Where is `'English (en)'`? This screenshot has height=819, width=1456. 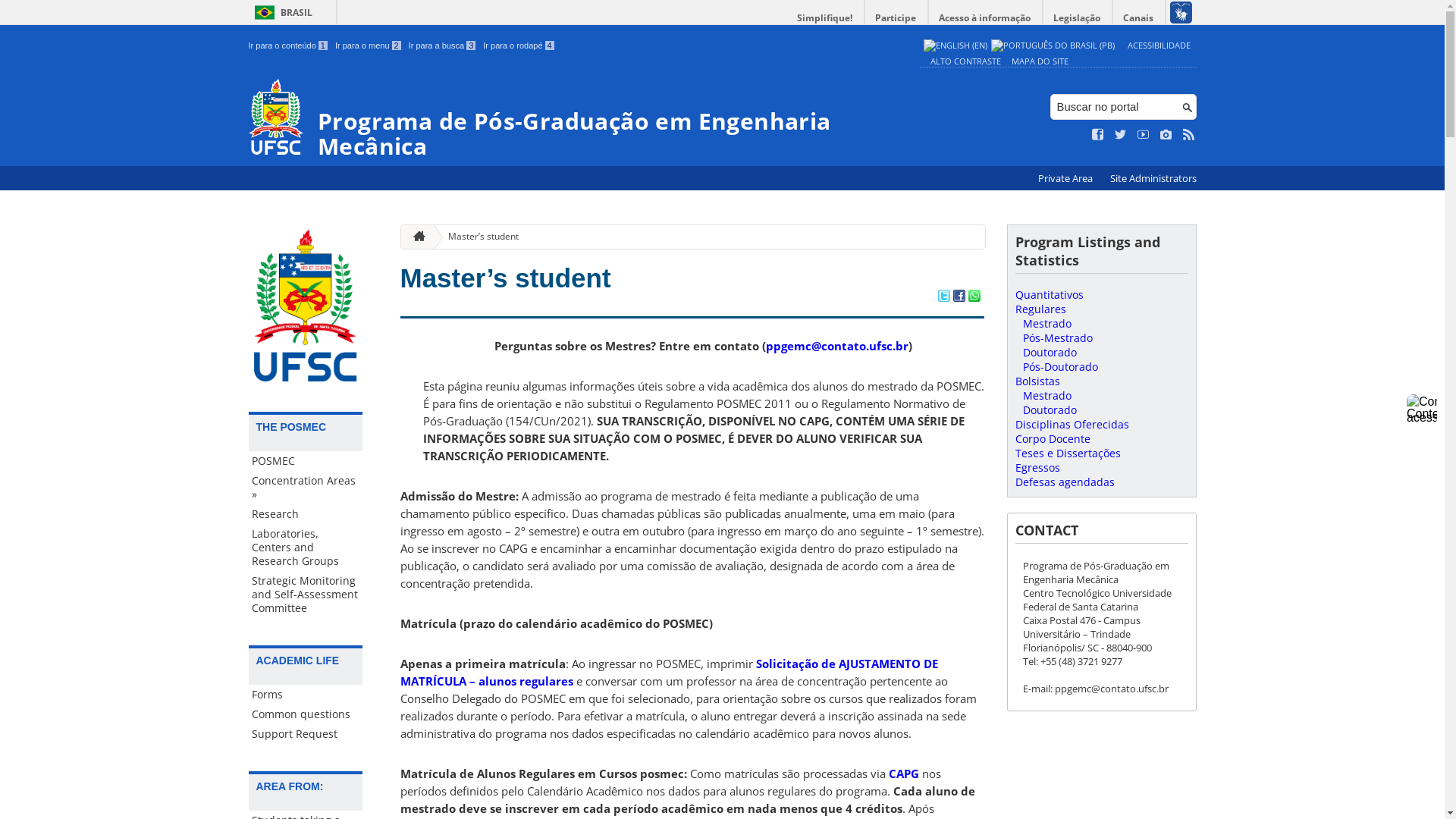 'English (en)' is located at coordinates (954, 44).